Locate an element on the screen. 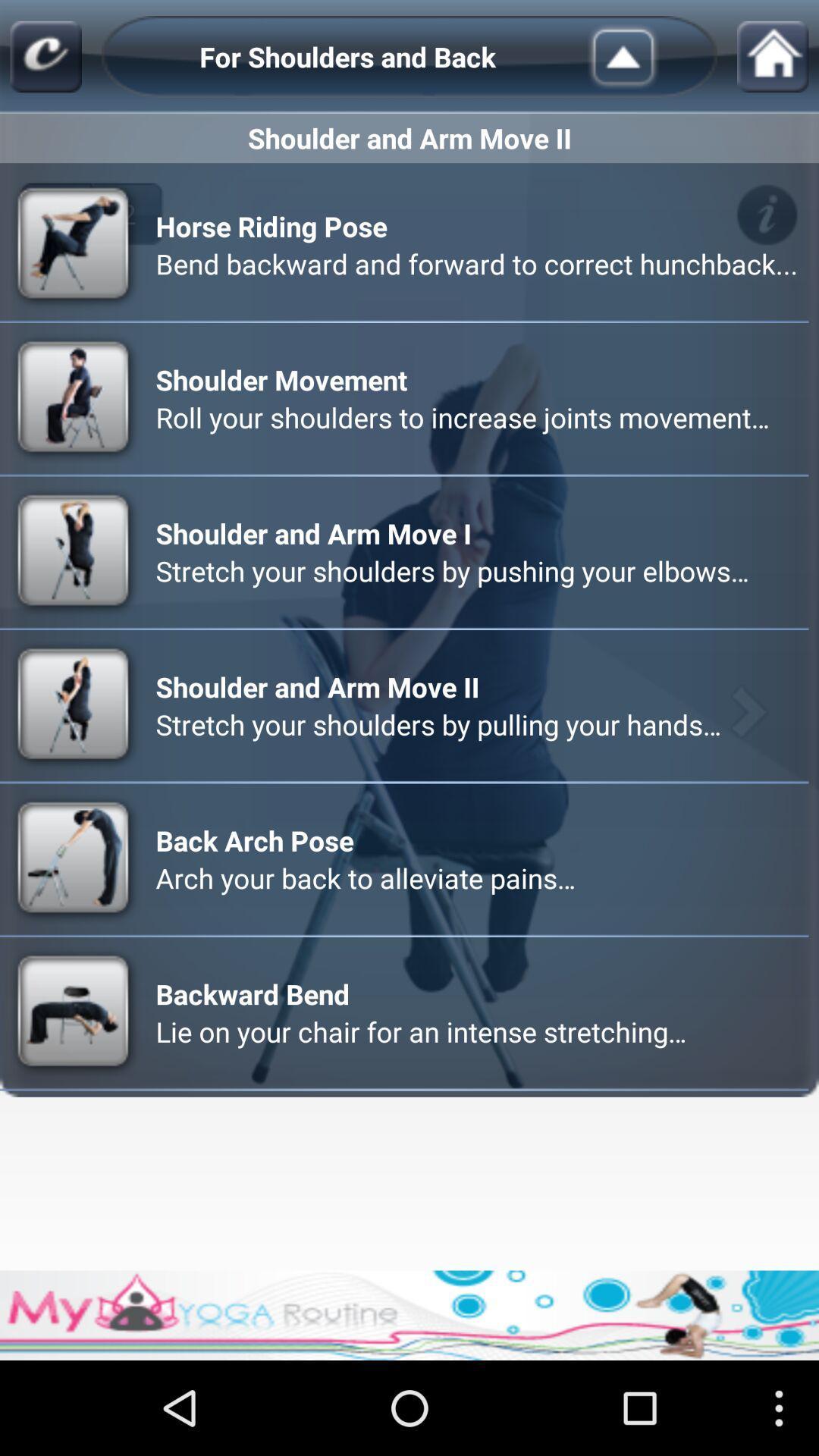  a second icon which is before shoulder movement on a page is located at coordinates (75, 398).